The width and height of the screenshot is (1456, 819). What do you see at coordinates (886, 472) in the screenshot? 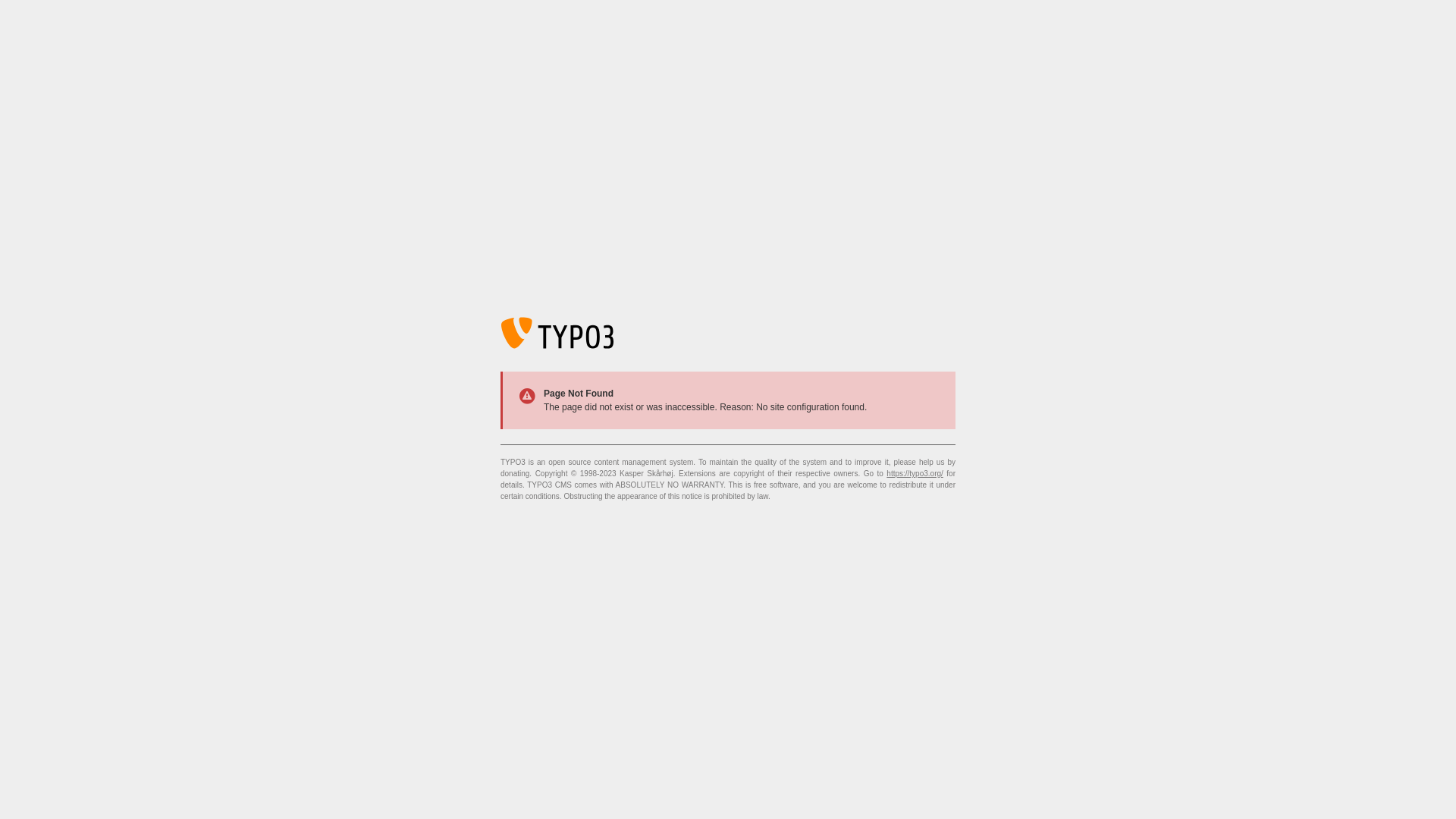
I see `'https://typo3.org/'` at bounding box center [886, 472].